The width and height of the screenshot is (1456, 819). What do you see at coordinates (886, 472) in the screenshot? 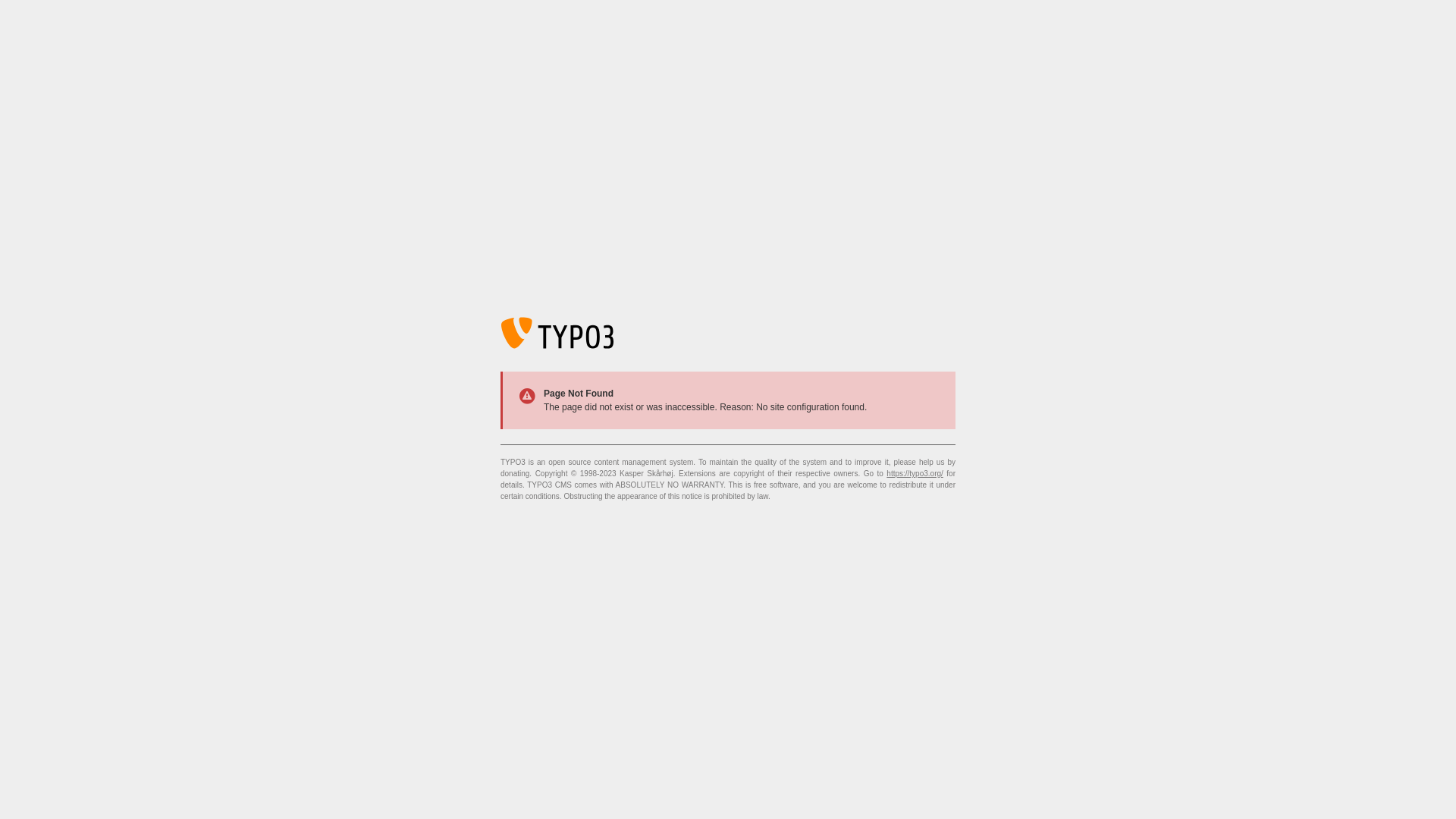
I see `'https://typo3.org/'` at bounding box center [886, 472].